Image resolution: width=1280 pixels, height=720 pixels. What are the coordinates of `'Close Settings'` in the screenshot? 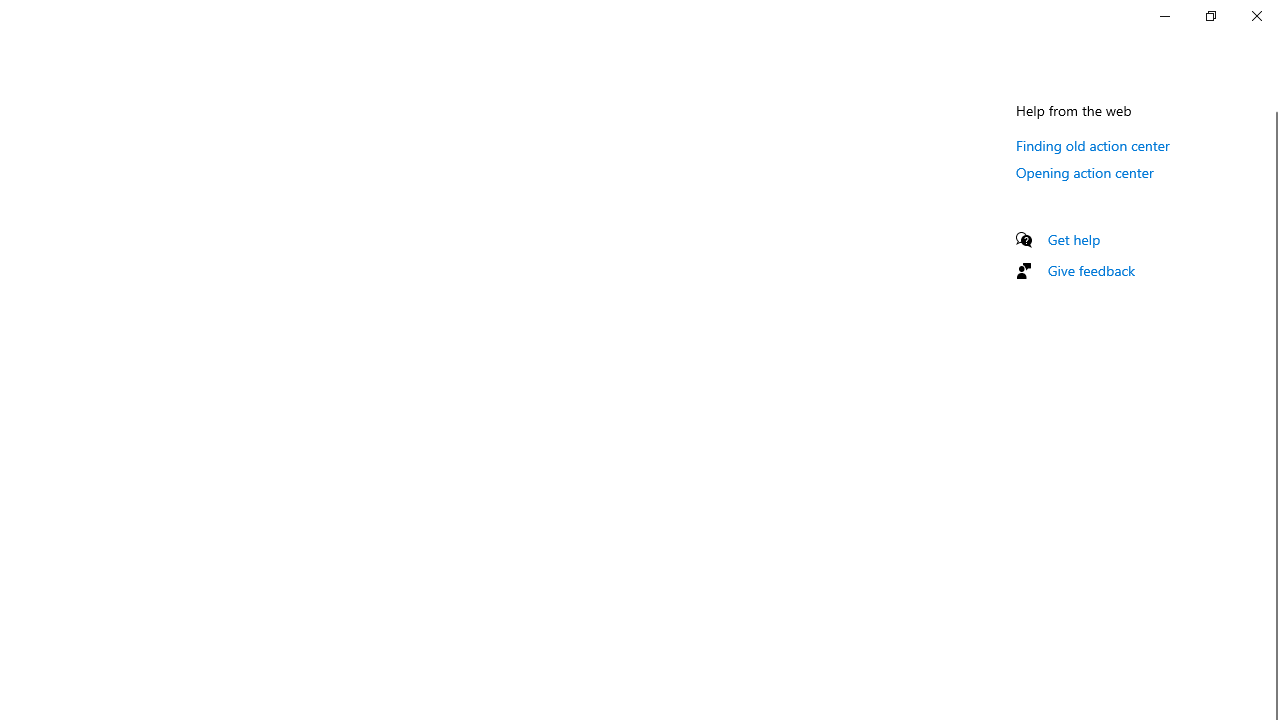 It's located at (1255, 15).